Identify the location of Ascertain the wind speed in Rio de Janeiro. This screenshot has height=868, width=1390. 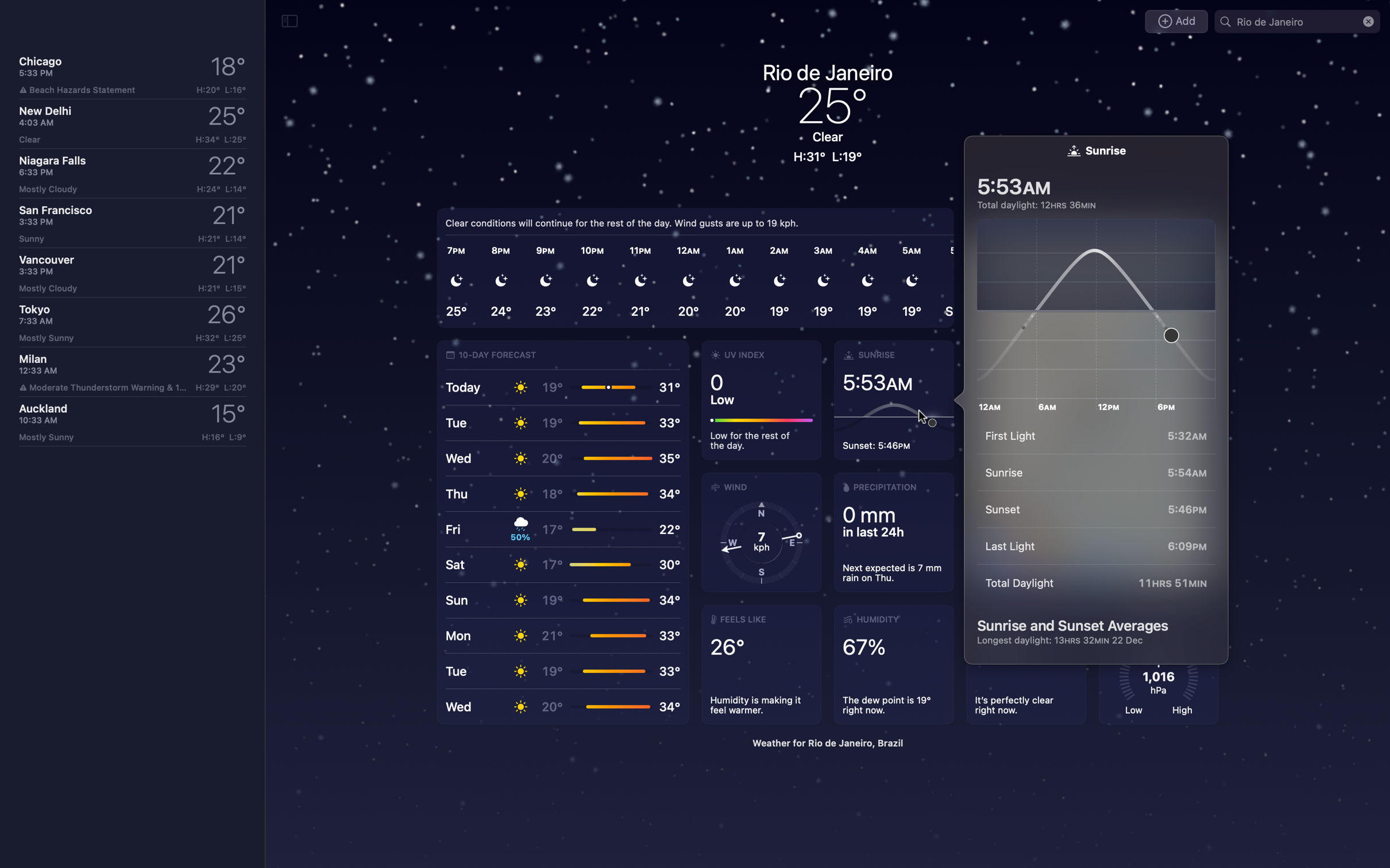
(762, 532).